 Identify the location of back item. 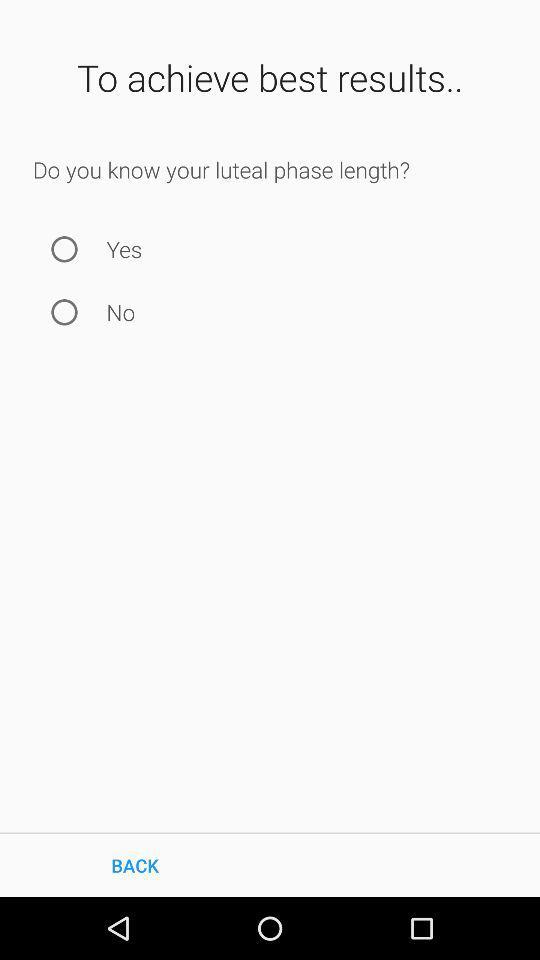
(135, 864).